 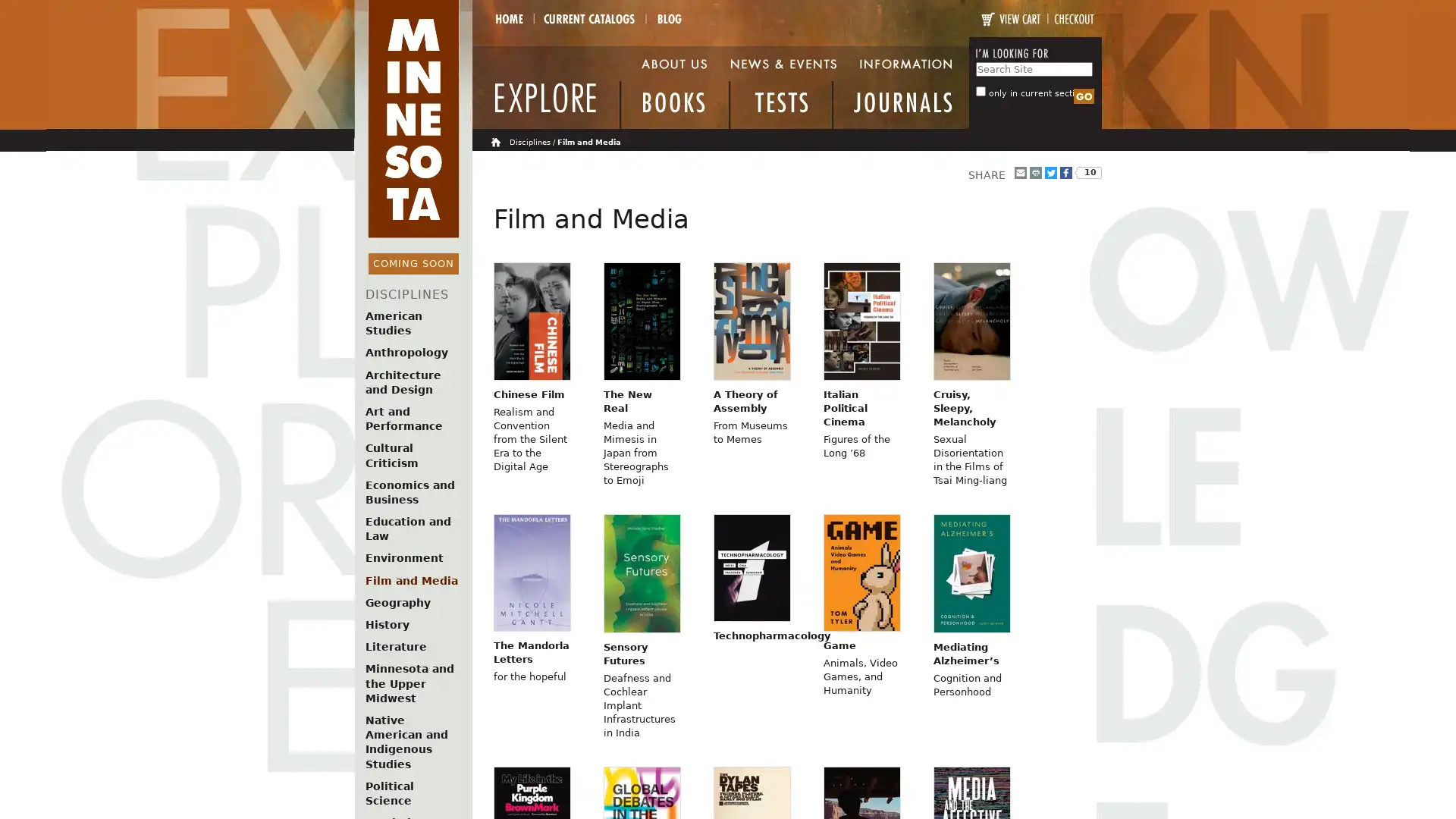 What do you see at coordinates (1083, 96) in the screenshot?
I see `Search` at bounding box center [1083, 96].